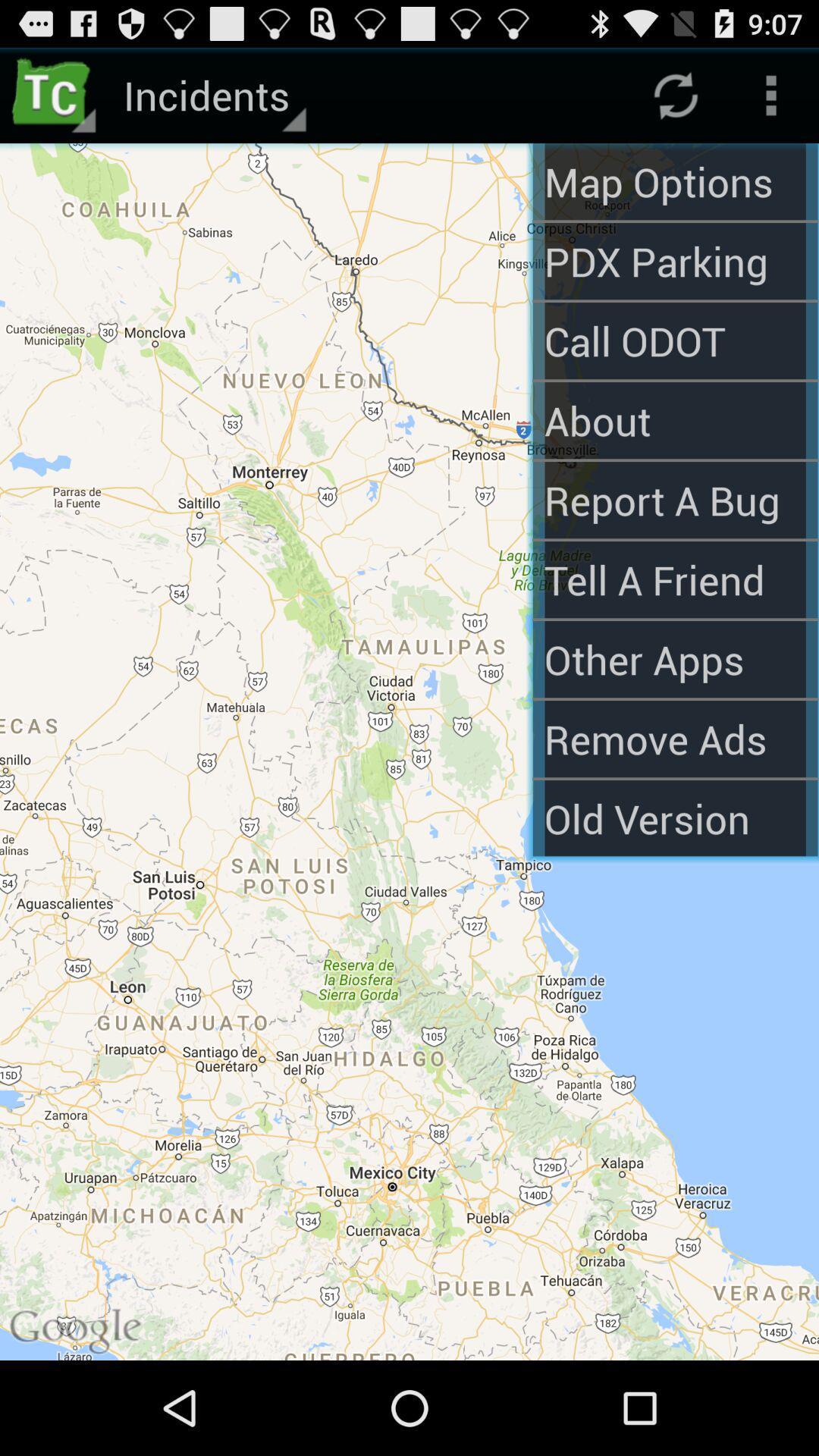  I want to click on map options, so click(674, 181).